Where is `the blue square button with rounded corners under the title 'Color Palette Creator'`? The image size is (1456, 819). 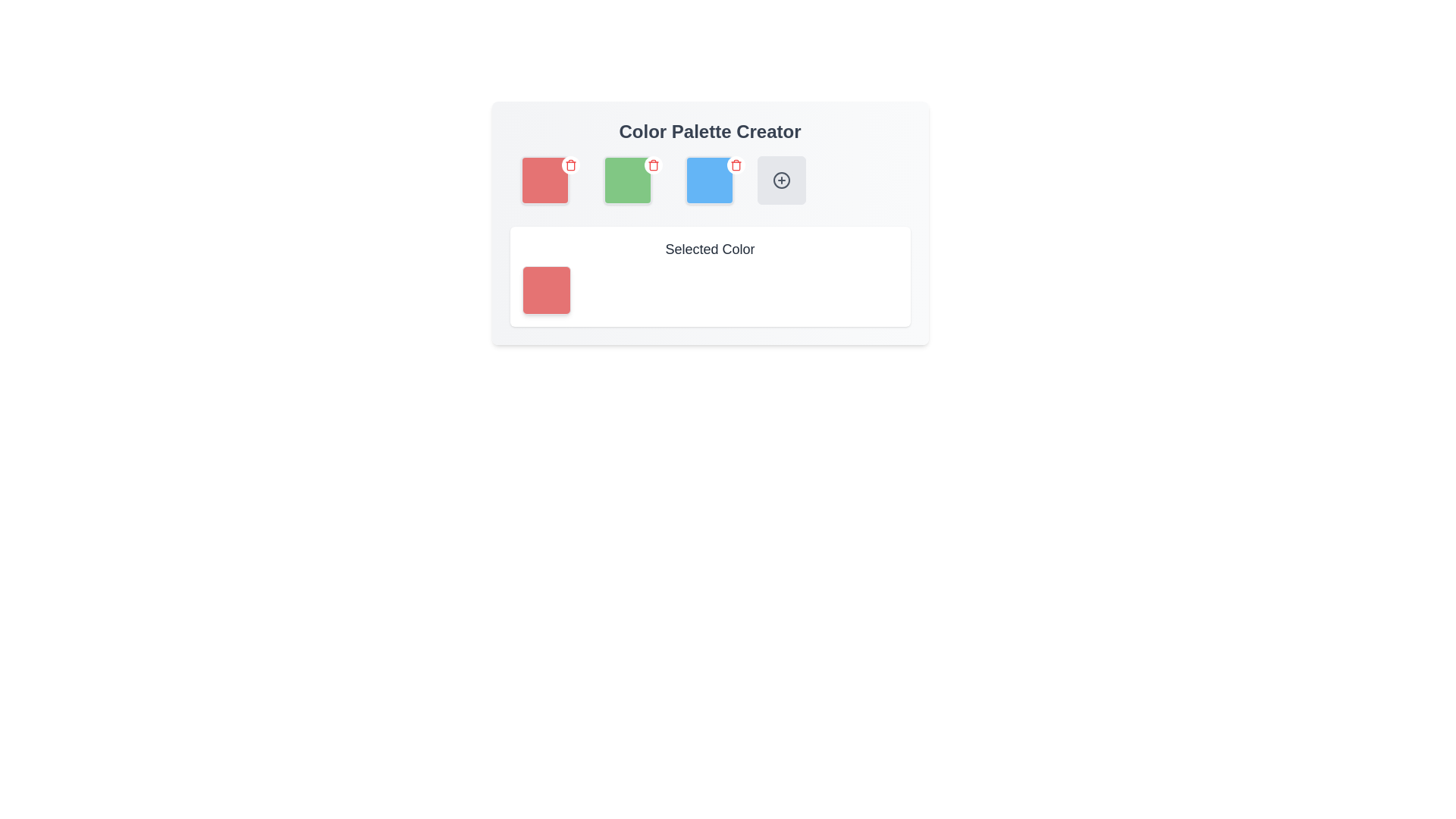 the blue square button with rounded corners under the title 'Color Palette Creator' is located at coordinates (709, 181).